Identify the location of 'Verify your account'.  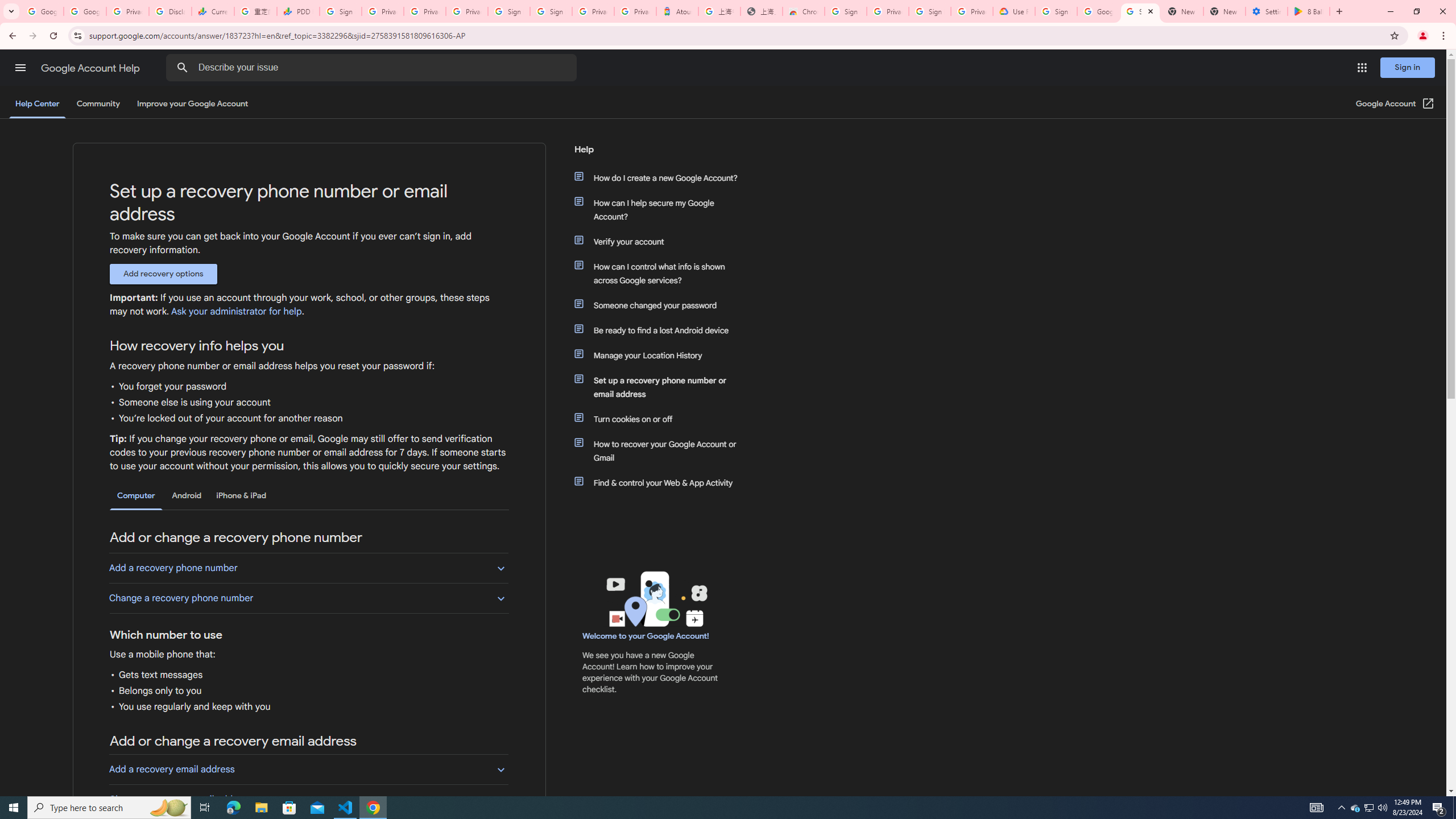
(661, 241).